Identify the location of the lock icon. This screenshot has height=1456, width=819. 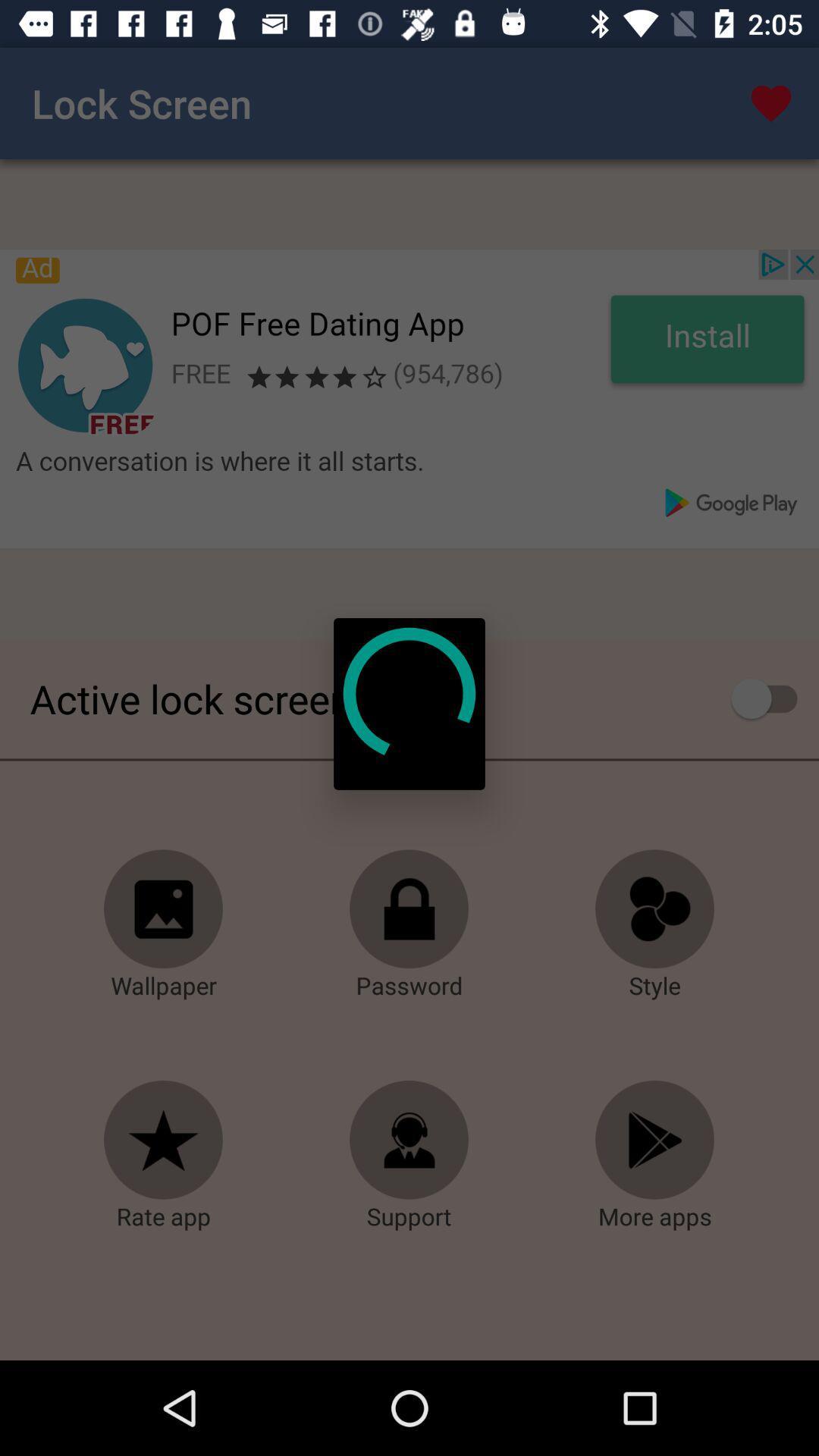
(409, 909).